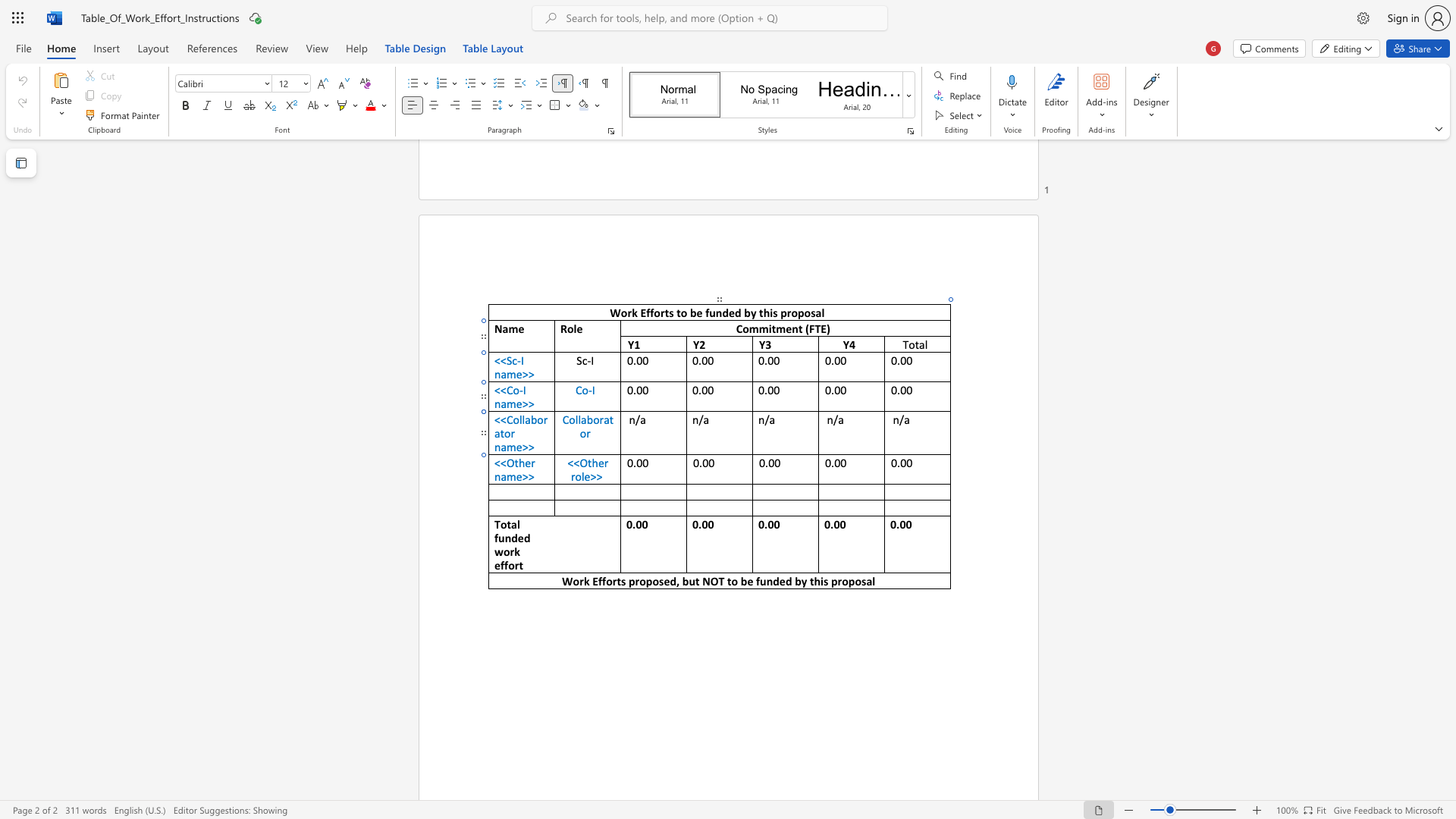 The image size is (1456, 819). What do you see at coordinates (524, 537) in the screenshot?
I see `the space between the continuous character "e" and "d" in the text` at bounding box center [524, 537].